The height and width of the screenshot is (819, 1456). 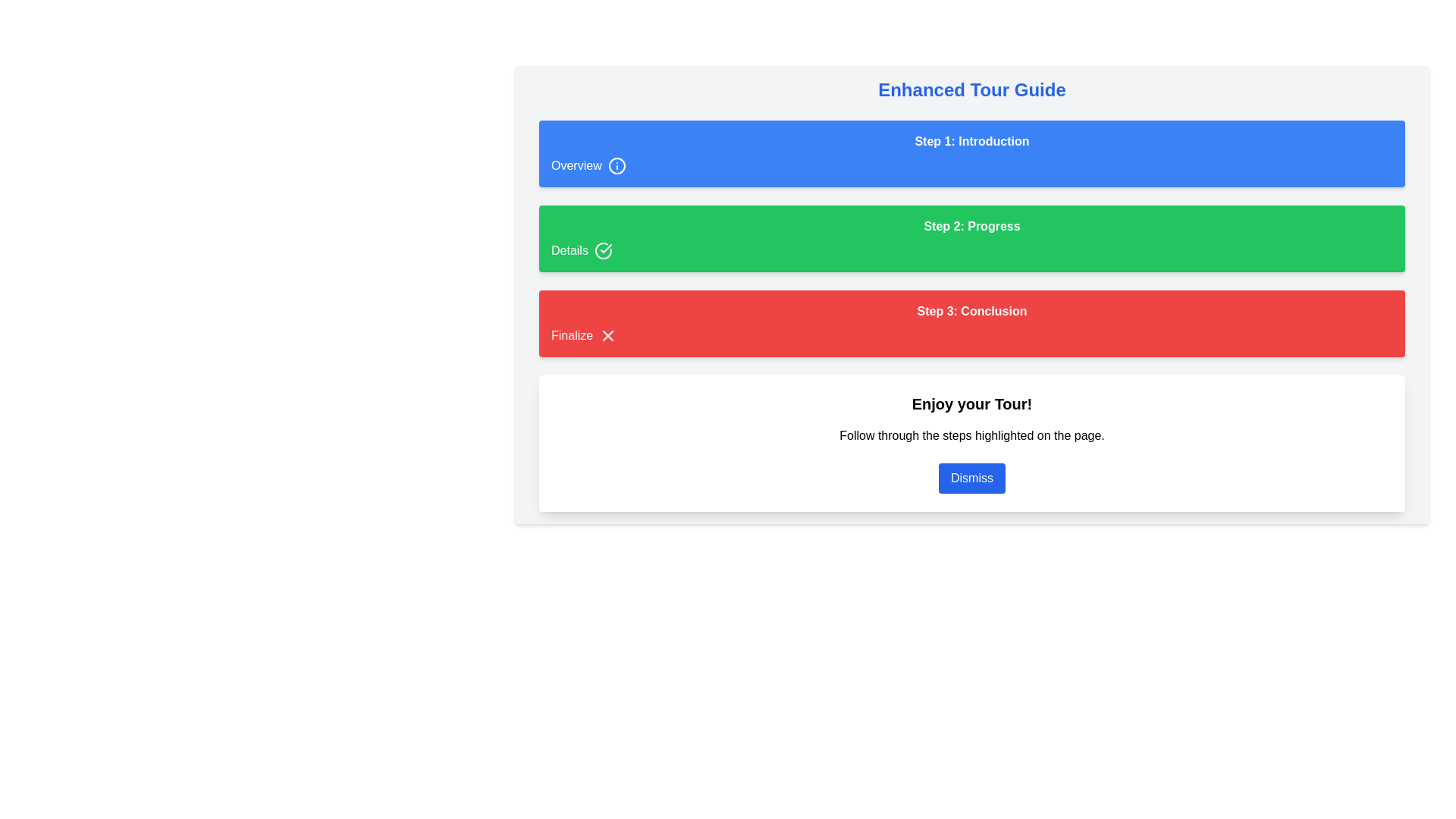 I want to click on the text label reading 'Step 1: Introduction', which is styled in bold font against a blue background and located at the top center of the interface, so click(x=971, y=141).